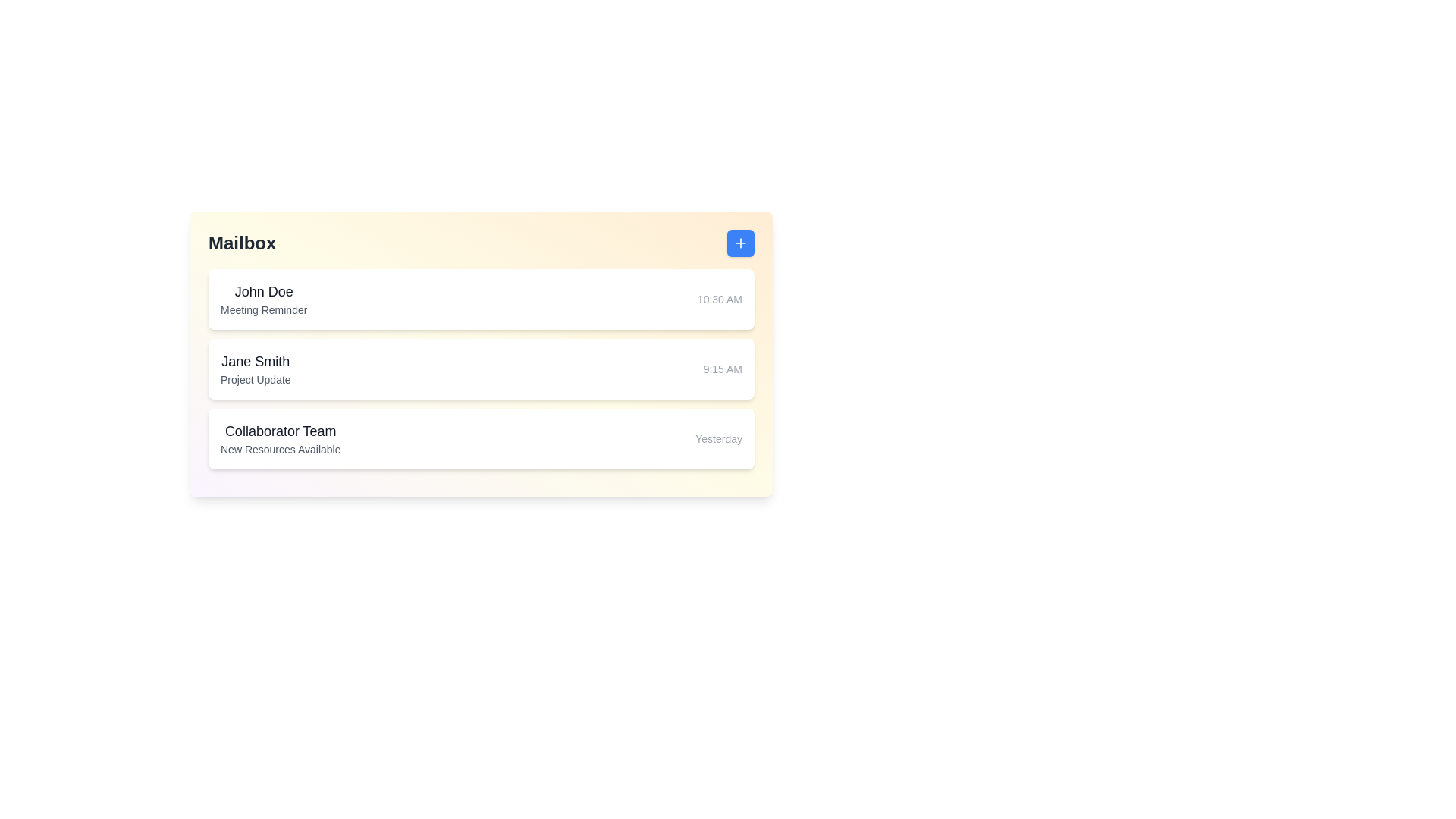  Describe the element at coordinates (480, 438) in the screenshot. I see `the mail item corresponding to Collaborator Team - New Resources Available to view its details` at that location.